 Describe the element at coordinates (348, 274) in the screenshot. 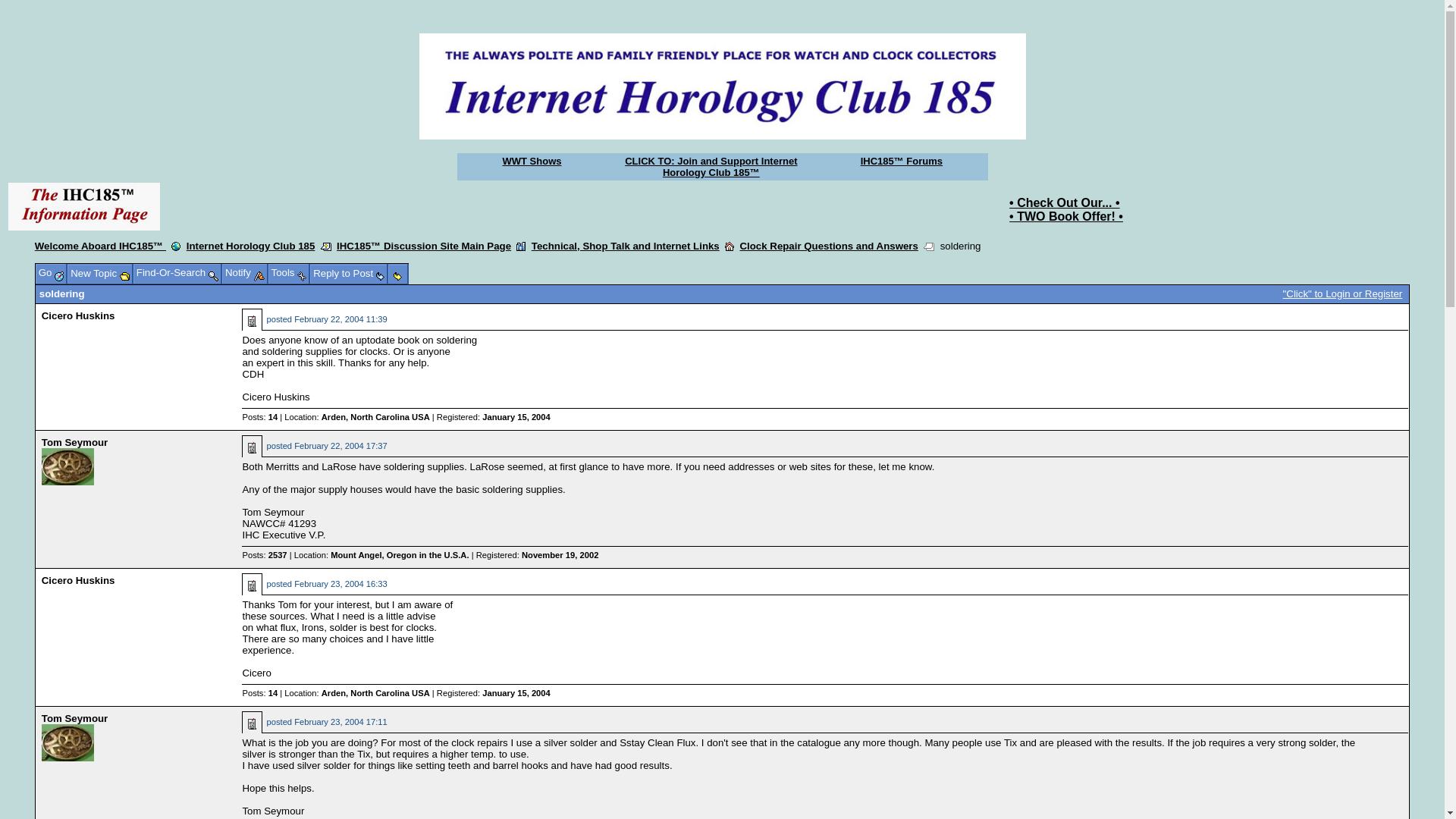

I see `'Reply to Post'` at that location.